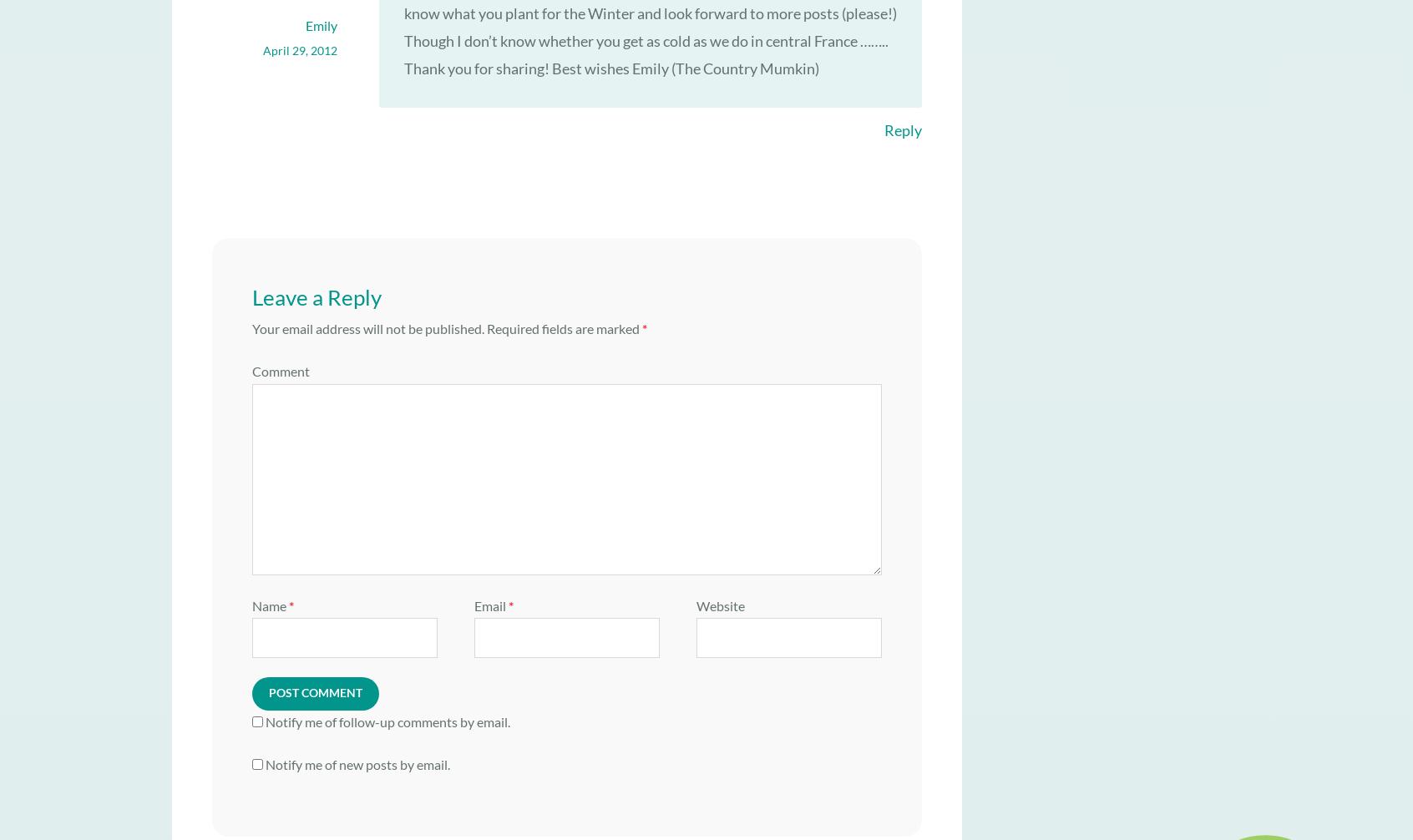  I want to click on 'Comment', so click(280, 370).